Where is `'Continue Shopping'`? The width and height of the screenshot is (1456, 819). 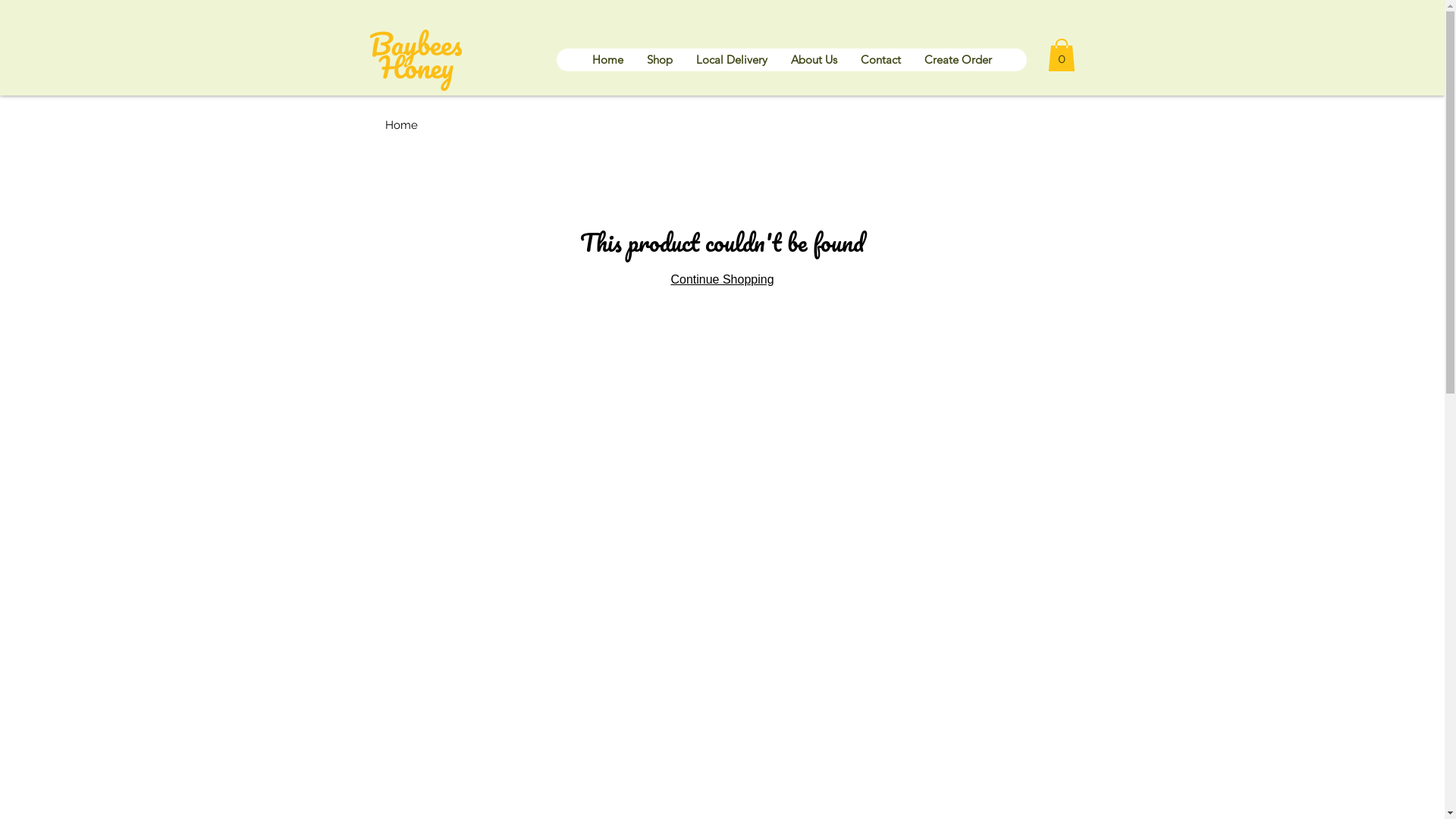 'Continue Shopping' is located at coordinates (720, 279).